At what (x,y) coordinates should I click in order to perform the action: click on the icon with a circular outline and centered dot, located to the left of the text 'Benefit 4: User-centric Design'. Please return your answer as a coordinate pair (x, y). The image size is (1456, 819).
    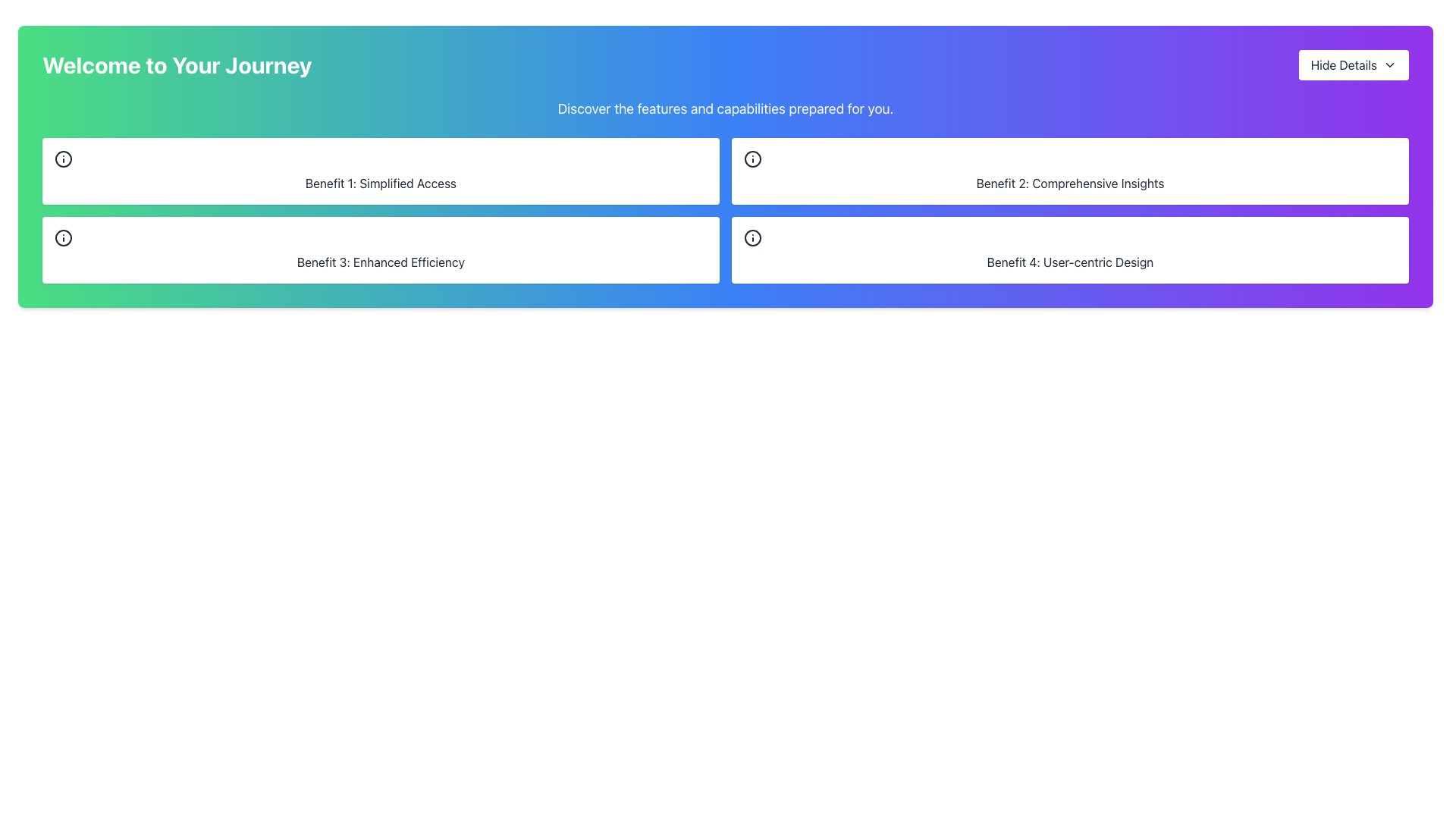
    Looking at the image, I should click on (753, 237).